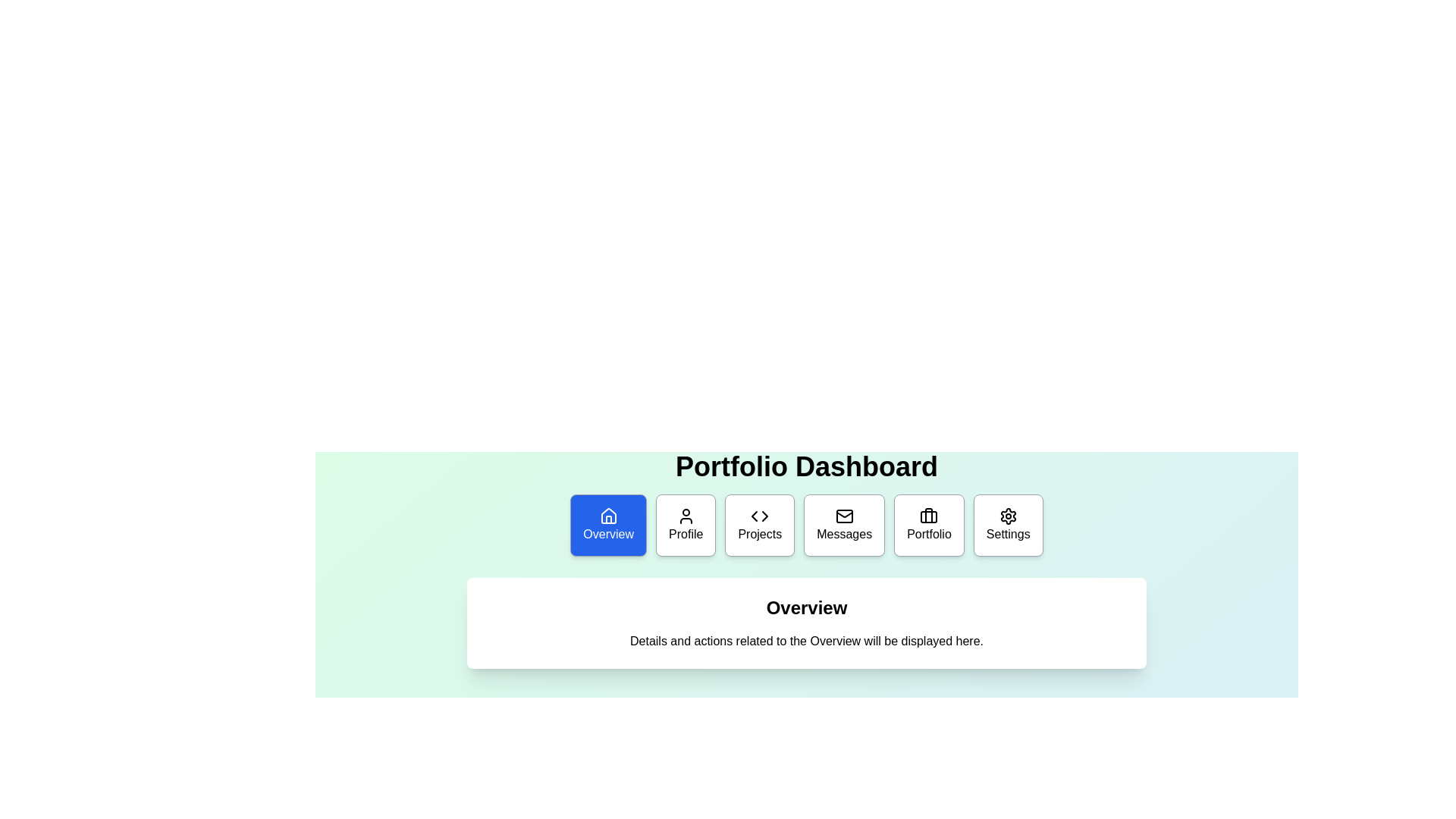  Describe the element at coordinates (806, 526) in the screenshot. I see `an item in the centered navigation menu below the 'Portfolio Dashboard' heading to trigger hover effects` at that location.